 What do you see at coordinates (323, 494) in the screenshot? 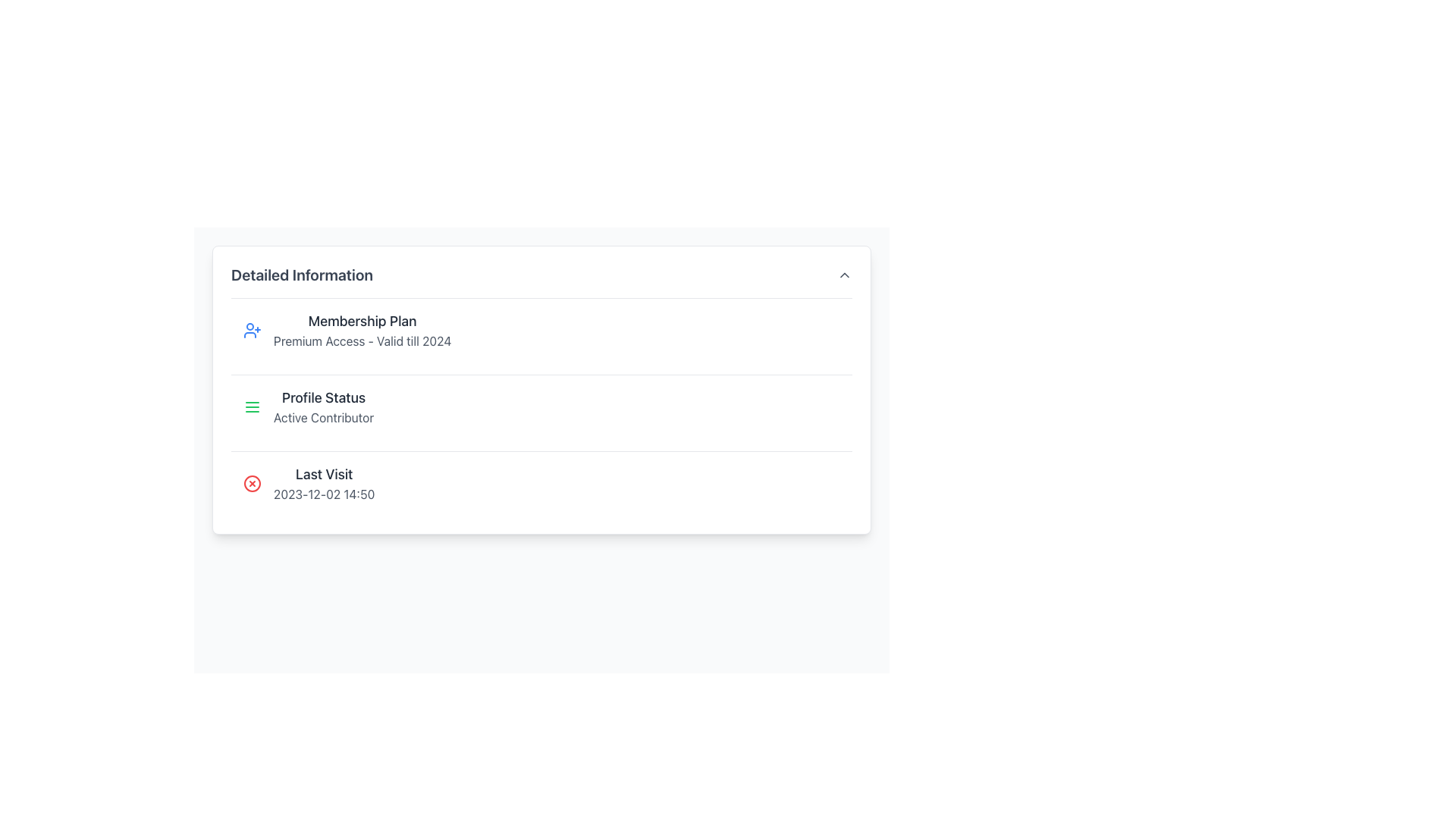
I see `the Text label displaying the date and time of the last visit located in the 'Detailed Information' section under the 'Last Visit' label` at bounding box center [323, 494].